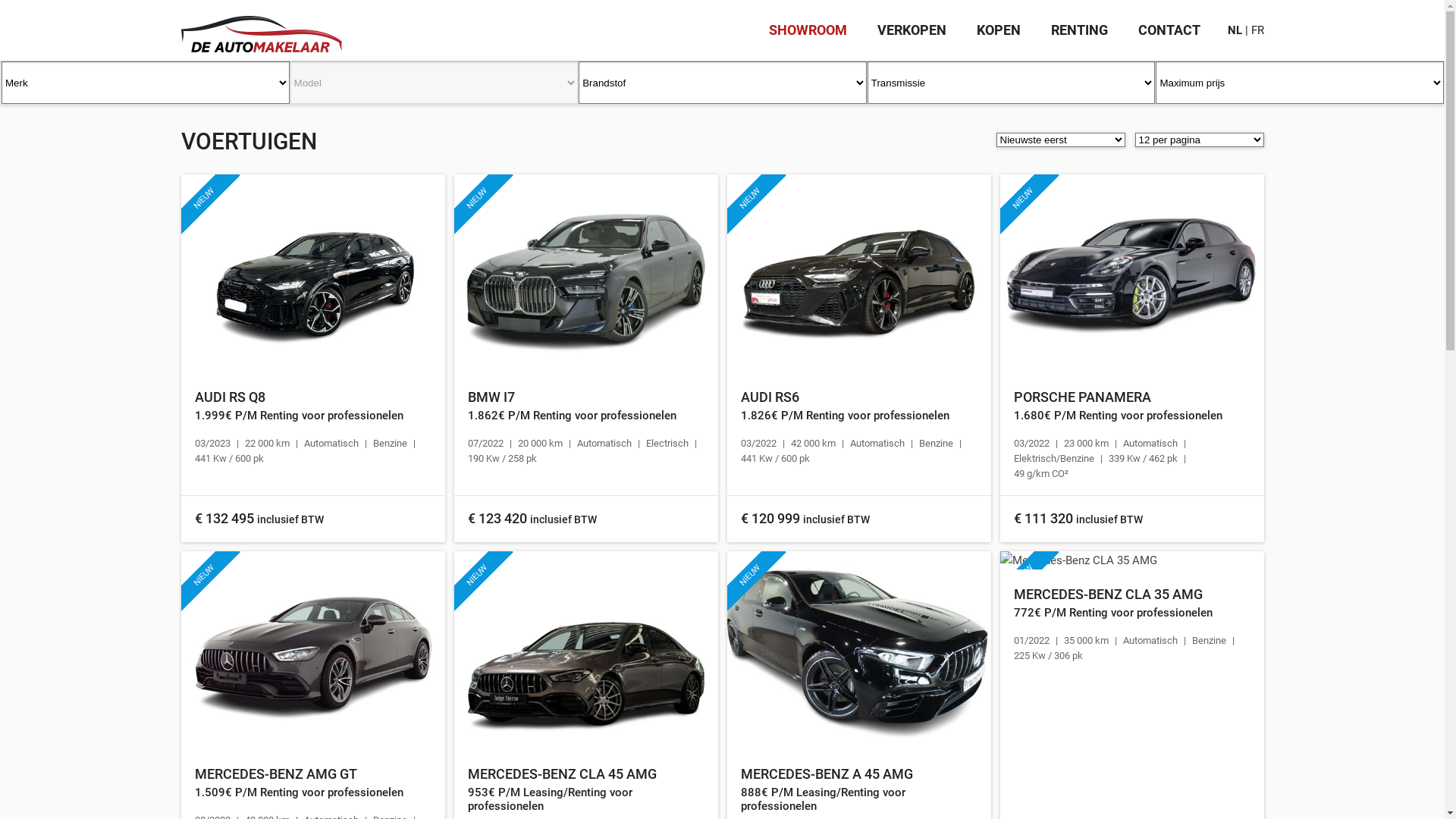  I want to click on 'VERKOPEN', so click(910, 30).